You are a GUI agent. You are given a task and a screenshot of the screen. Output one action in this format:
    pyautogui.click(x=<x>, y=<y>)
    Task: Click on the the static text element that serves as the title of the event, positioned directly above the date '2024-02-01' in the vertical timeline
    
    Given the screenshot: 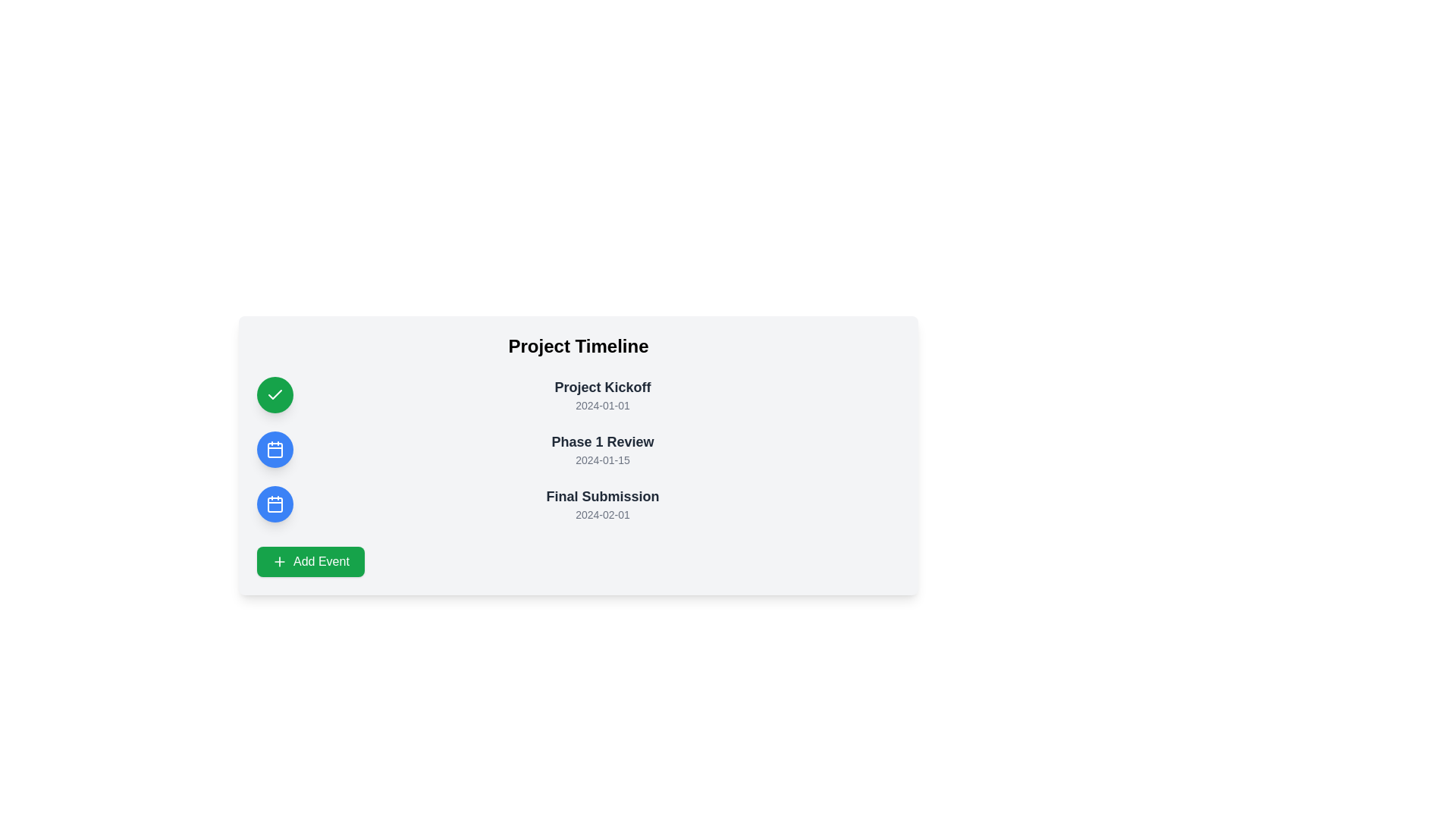 What is the action you would take?
    pyautogui.click(x=602, y=497)
    